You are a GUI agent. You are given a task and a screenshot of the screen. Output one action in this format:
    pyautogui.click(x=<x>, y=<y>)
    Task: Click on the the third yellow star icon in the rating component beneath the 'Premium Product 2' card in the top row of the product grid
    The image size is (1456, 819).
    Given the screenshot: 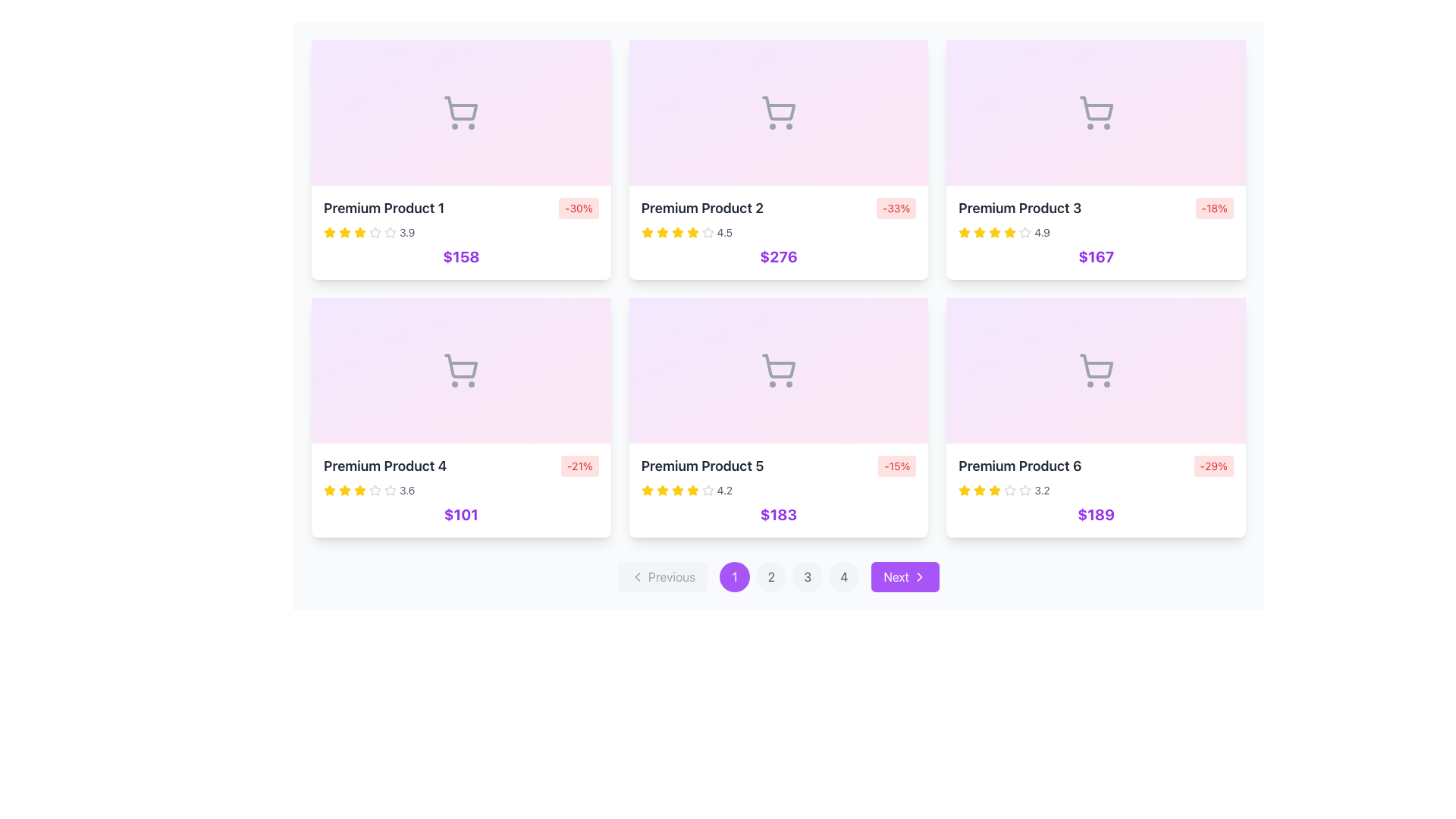 What is the action you would take?
    pyautogui.click(x=662, y=233)
    